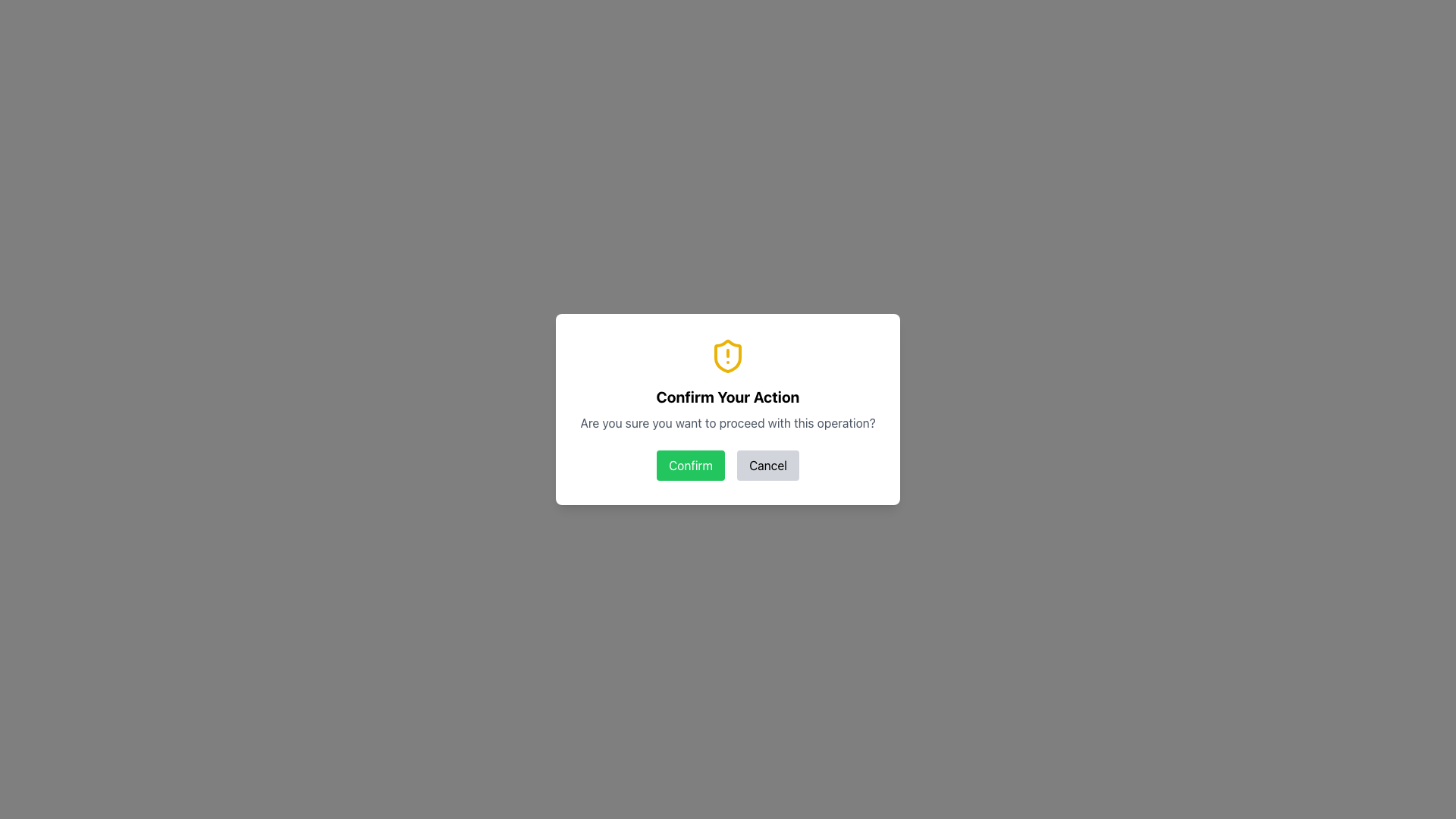 The height and width of the screenshot is (819, 1456). What do you see at coordinates (728, 423) in the screenshot?
I see `the static text element displaying the message 'Are you sure you want to proceed with this operation?' which is located centrally below the title 'Confirm Your Action' in the modal dialog box` at bounding box center [728, 423].